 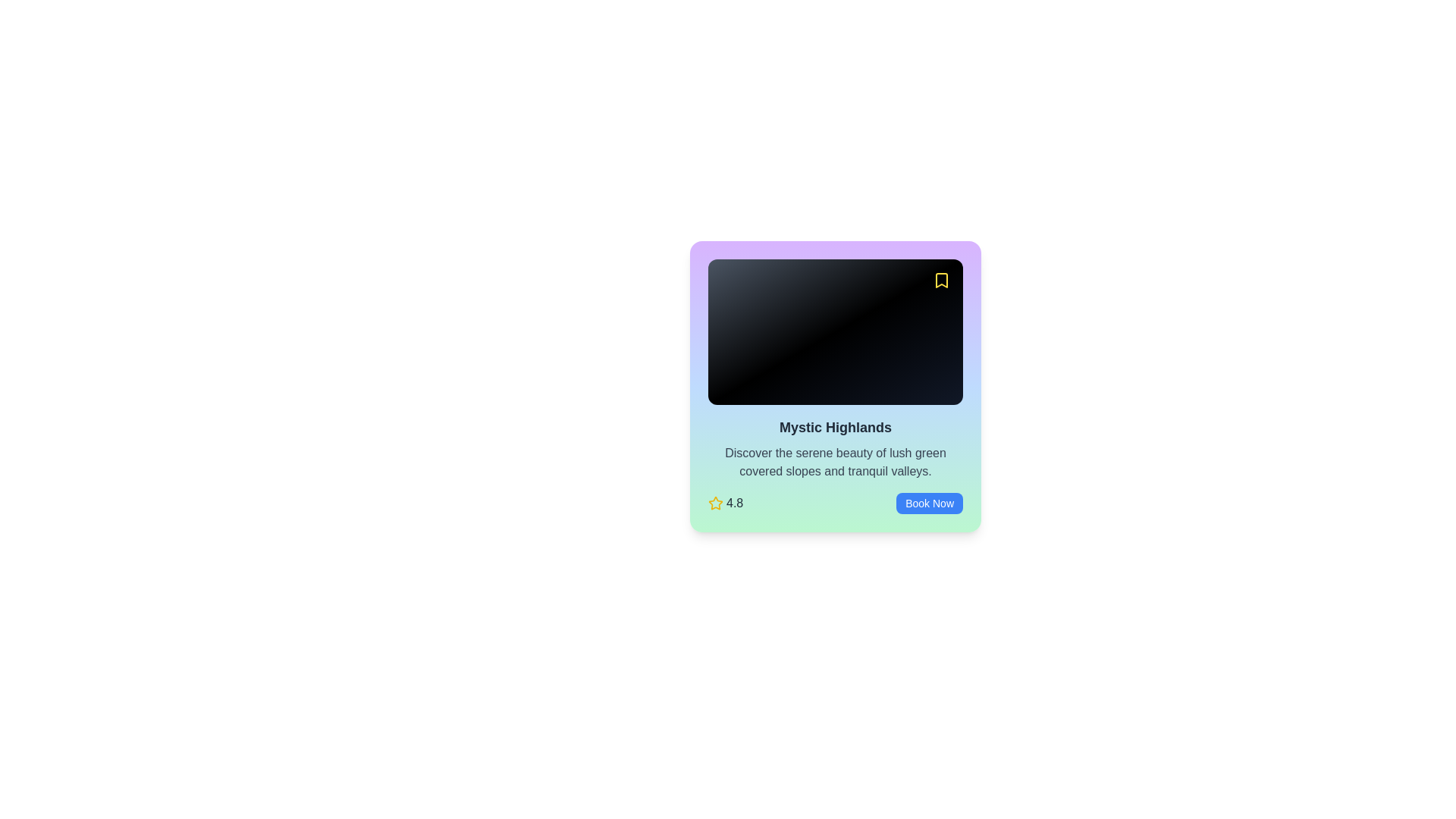 What do you see at coordinates (715, 503) in the screenshot?
I see `the star icon with a yellow outline that is located to the left of the text label '4.8' within the UI card` at bounding box center [715, 503].